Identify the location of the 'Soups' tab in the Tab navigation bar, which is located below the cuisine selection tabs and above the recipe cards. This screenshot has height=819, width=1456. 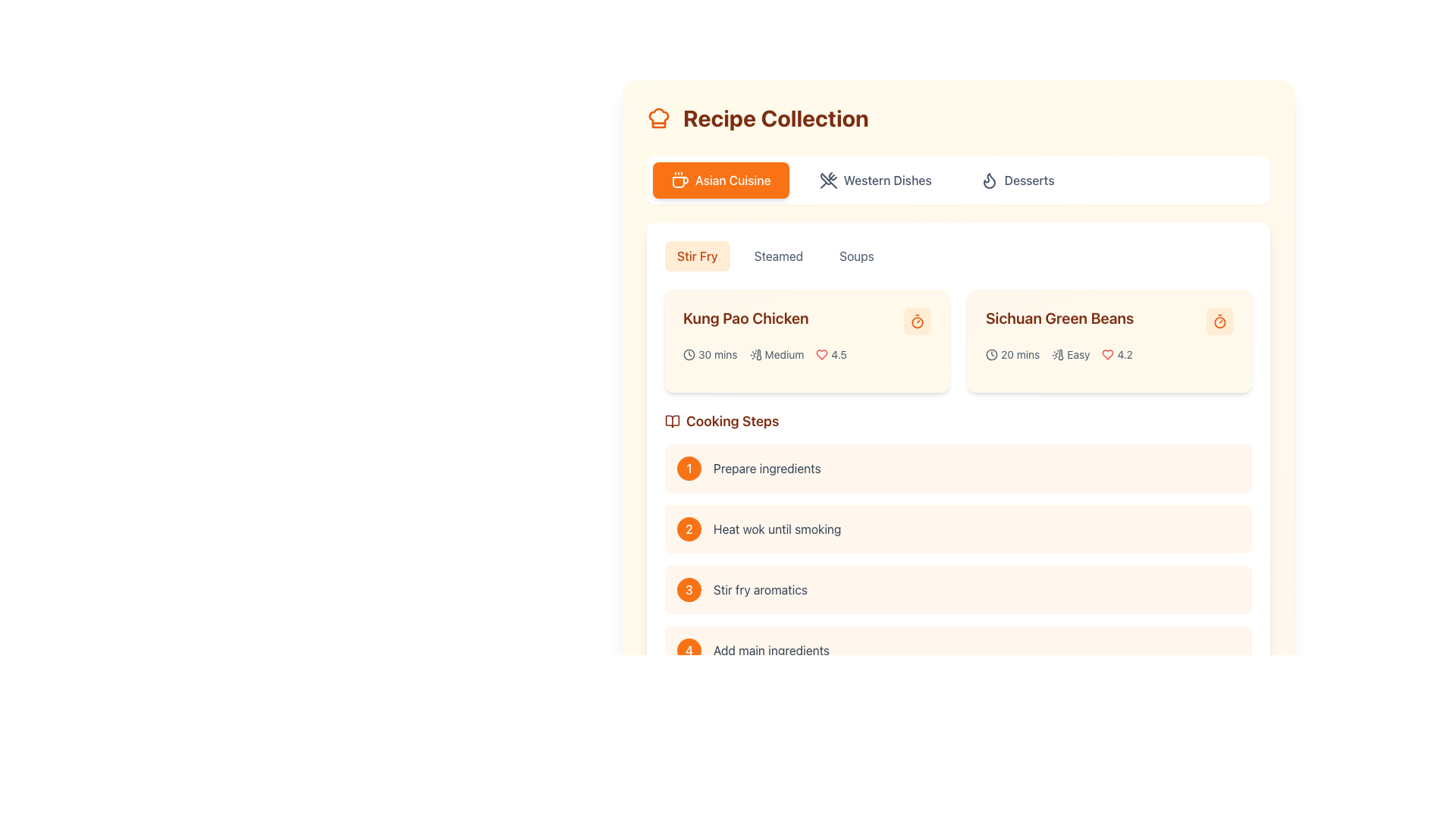
(957, 256).